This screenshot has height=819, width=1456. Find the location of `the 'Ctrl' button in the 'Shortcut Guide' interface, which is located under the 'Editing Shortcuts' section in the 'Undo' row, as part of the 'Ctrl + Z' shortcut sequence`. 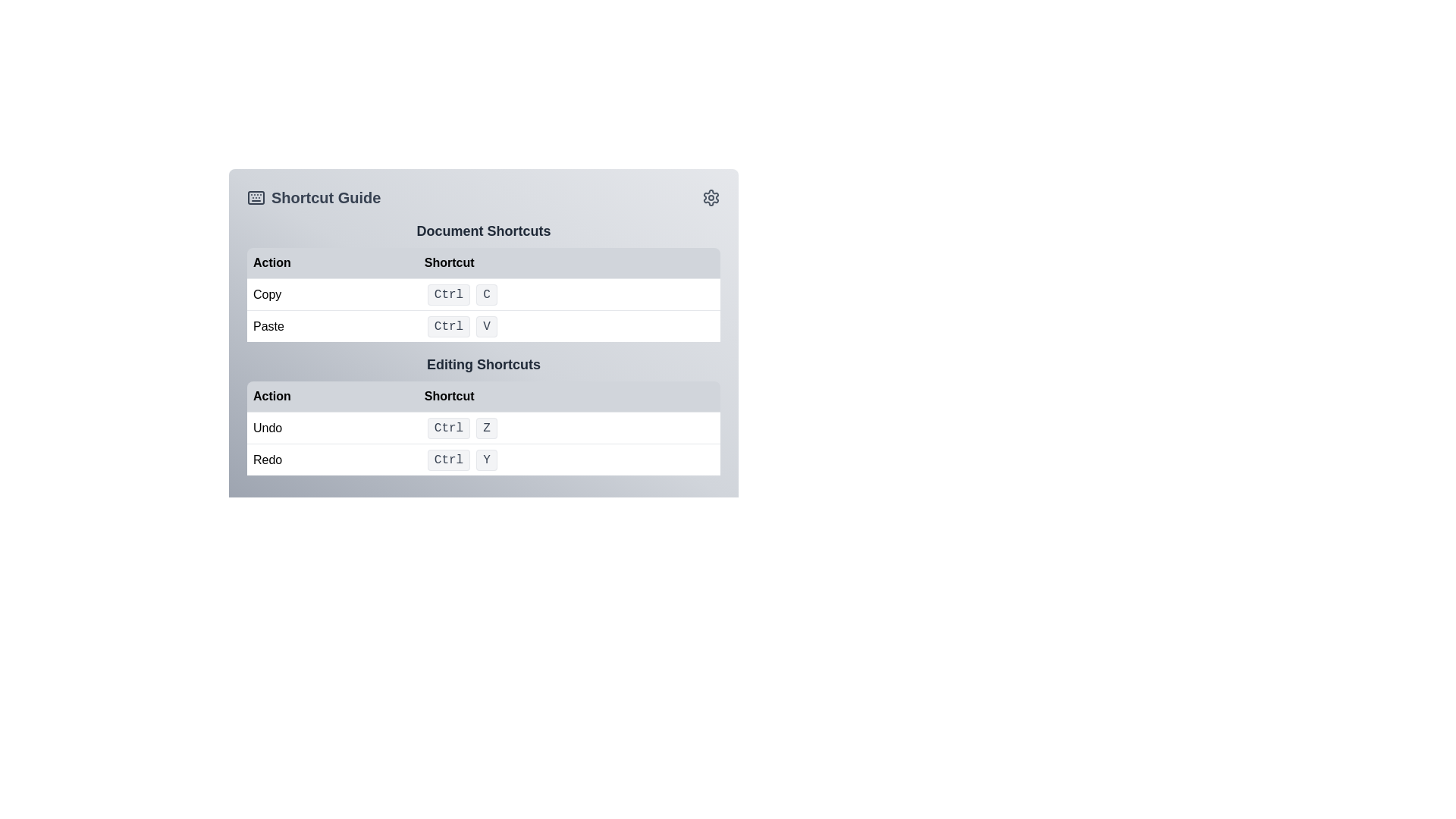

the 'Ctrl' button in the 'Shortcut Guide' interface, which is located under the 'Editing Shortcuts' section in the 'Undo' row, as part of the 'Ctrl + Z' shortcut sequence is located at coordinates (447, 428).